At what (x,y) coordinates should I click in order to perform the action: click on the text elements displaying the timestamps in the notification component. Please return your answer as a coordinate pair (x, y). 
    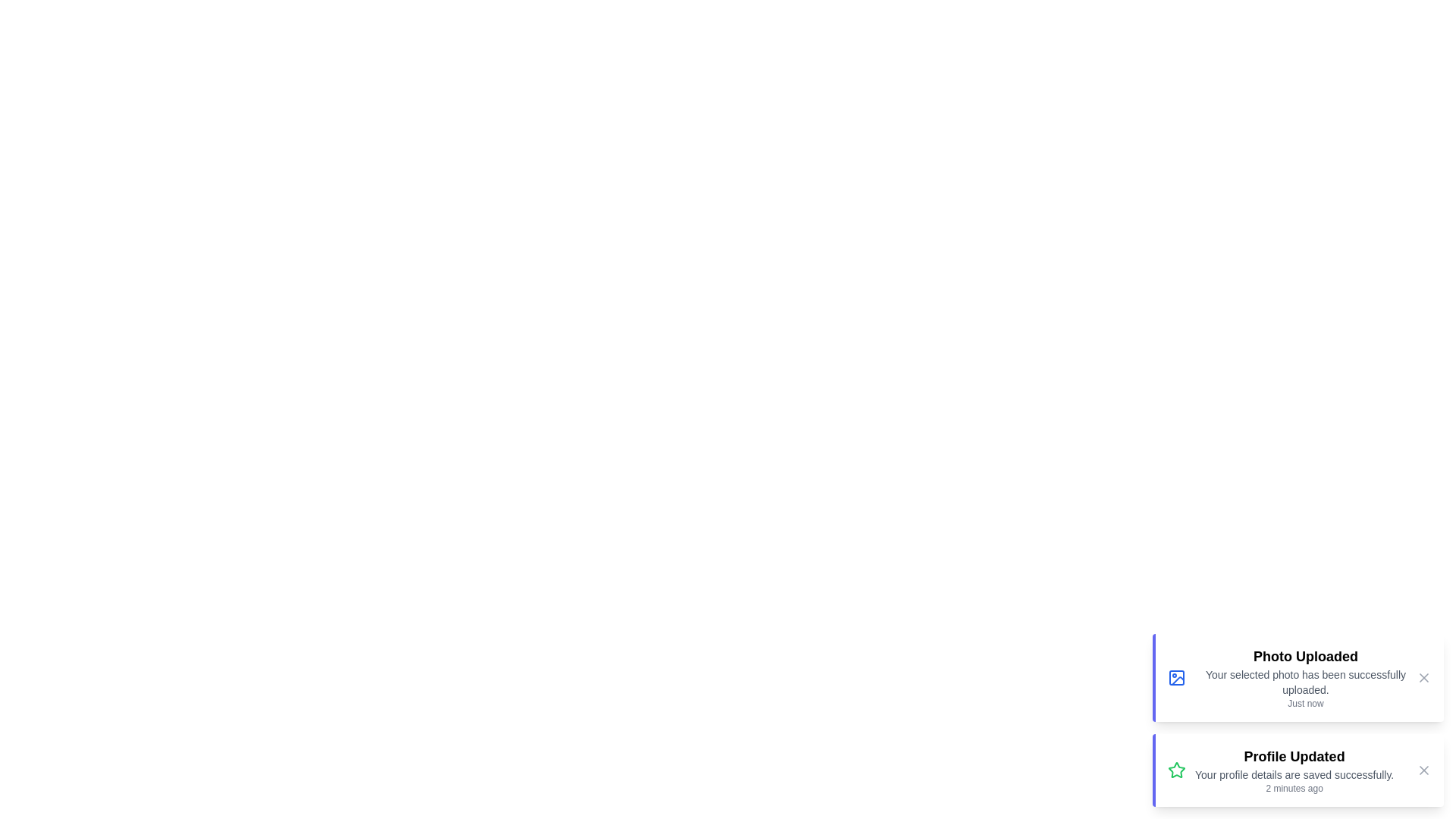
    Looking at the image, I should click on (1305, 704).